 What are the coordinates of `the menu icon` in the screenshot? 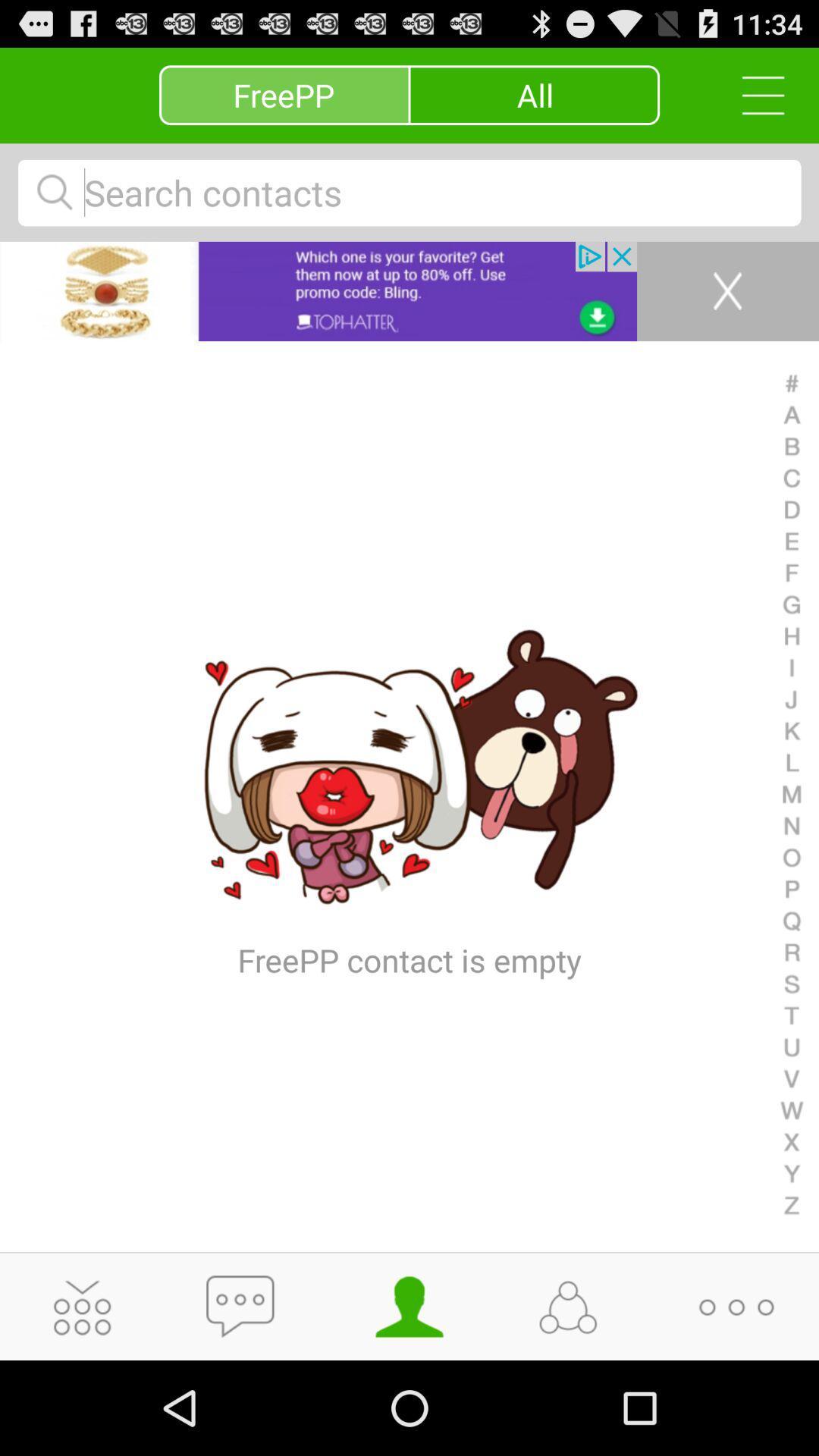 It's located at (755, 101).